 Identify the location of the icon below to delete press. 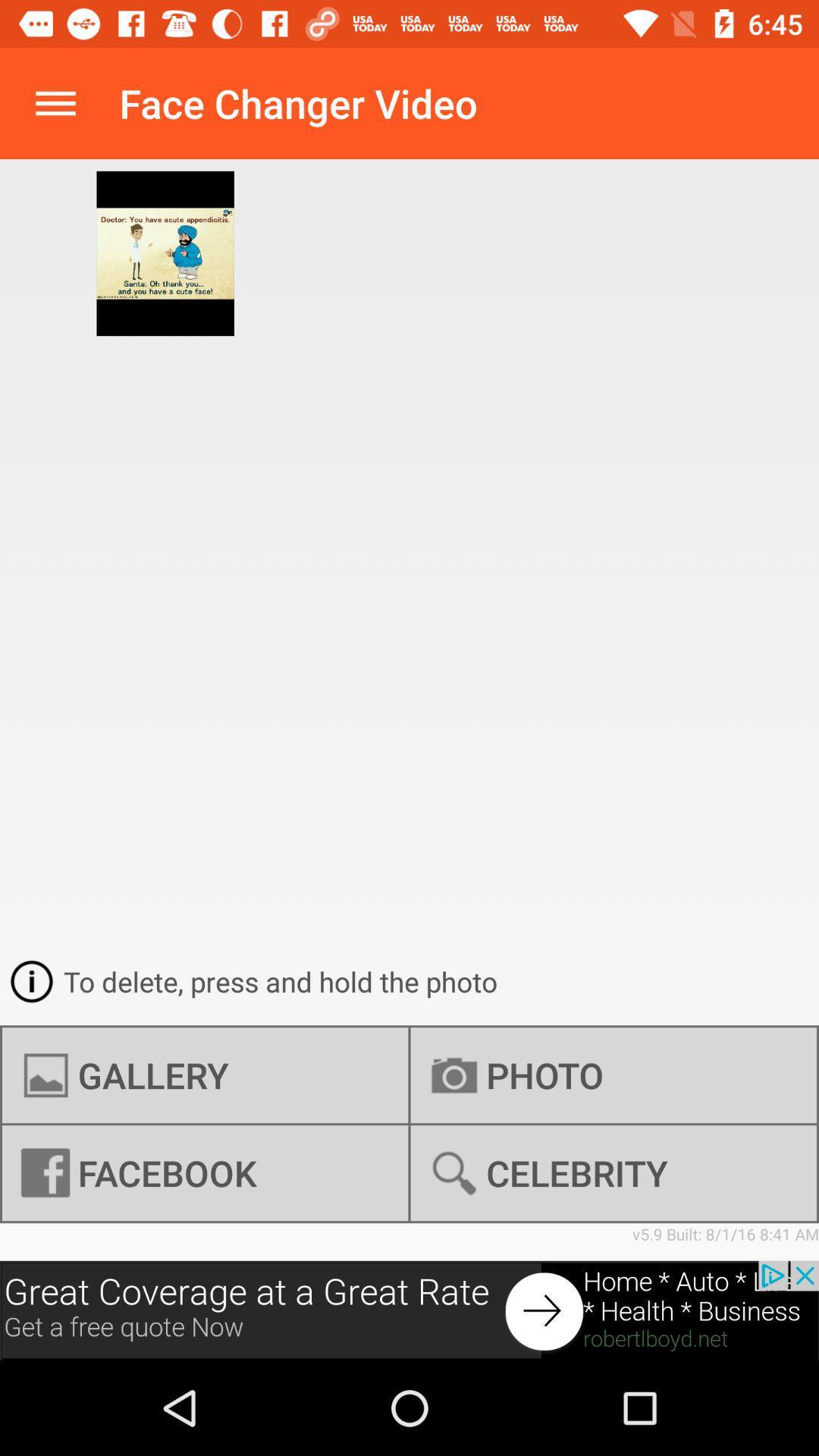
(205, 1075).